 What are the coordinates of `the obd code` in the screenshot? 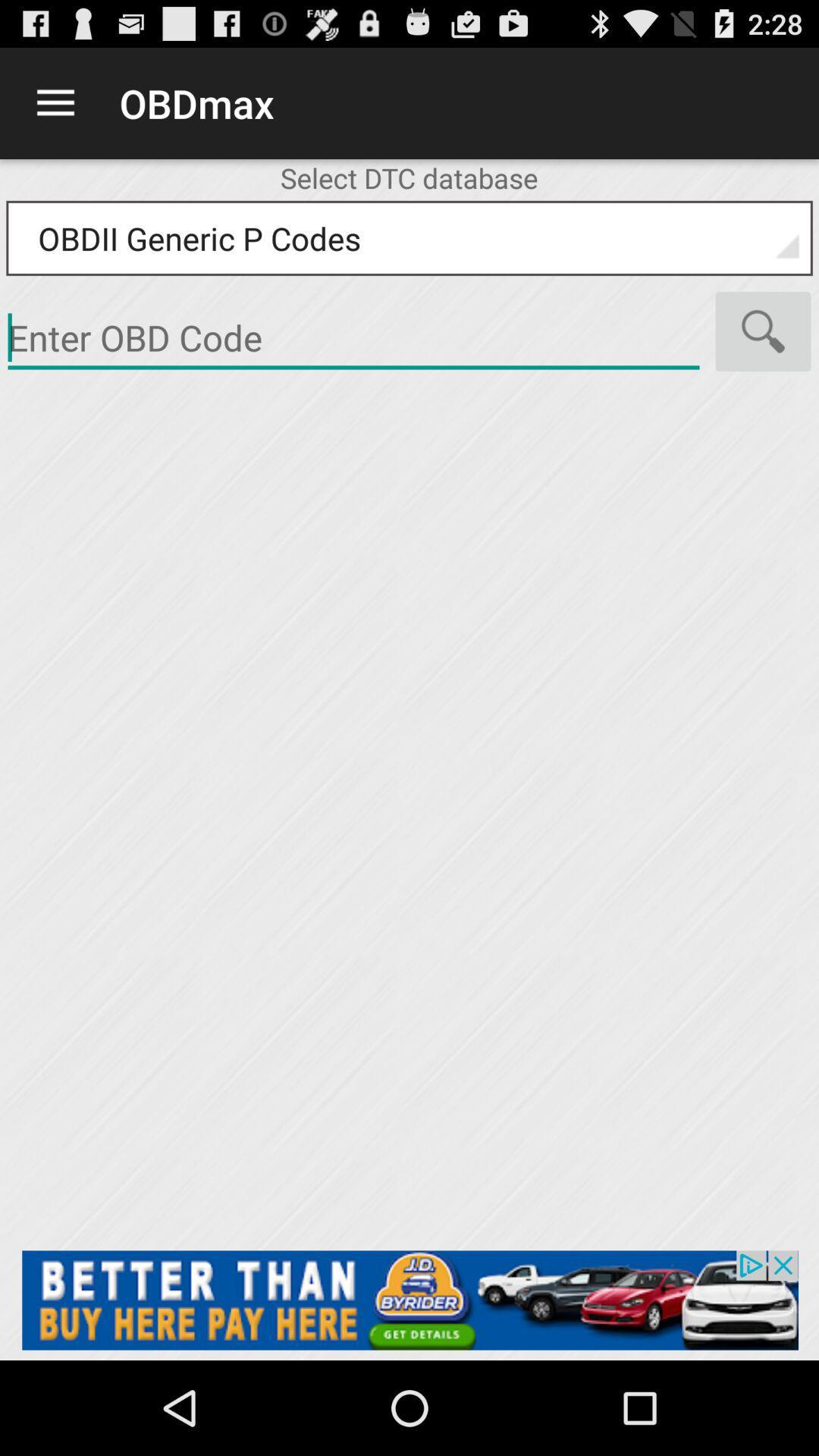 It's located at (409, 1299).